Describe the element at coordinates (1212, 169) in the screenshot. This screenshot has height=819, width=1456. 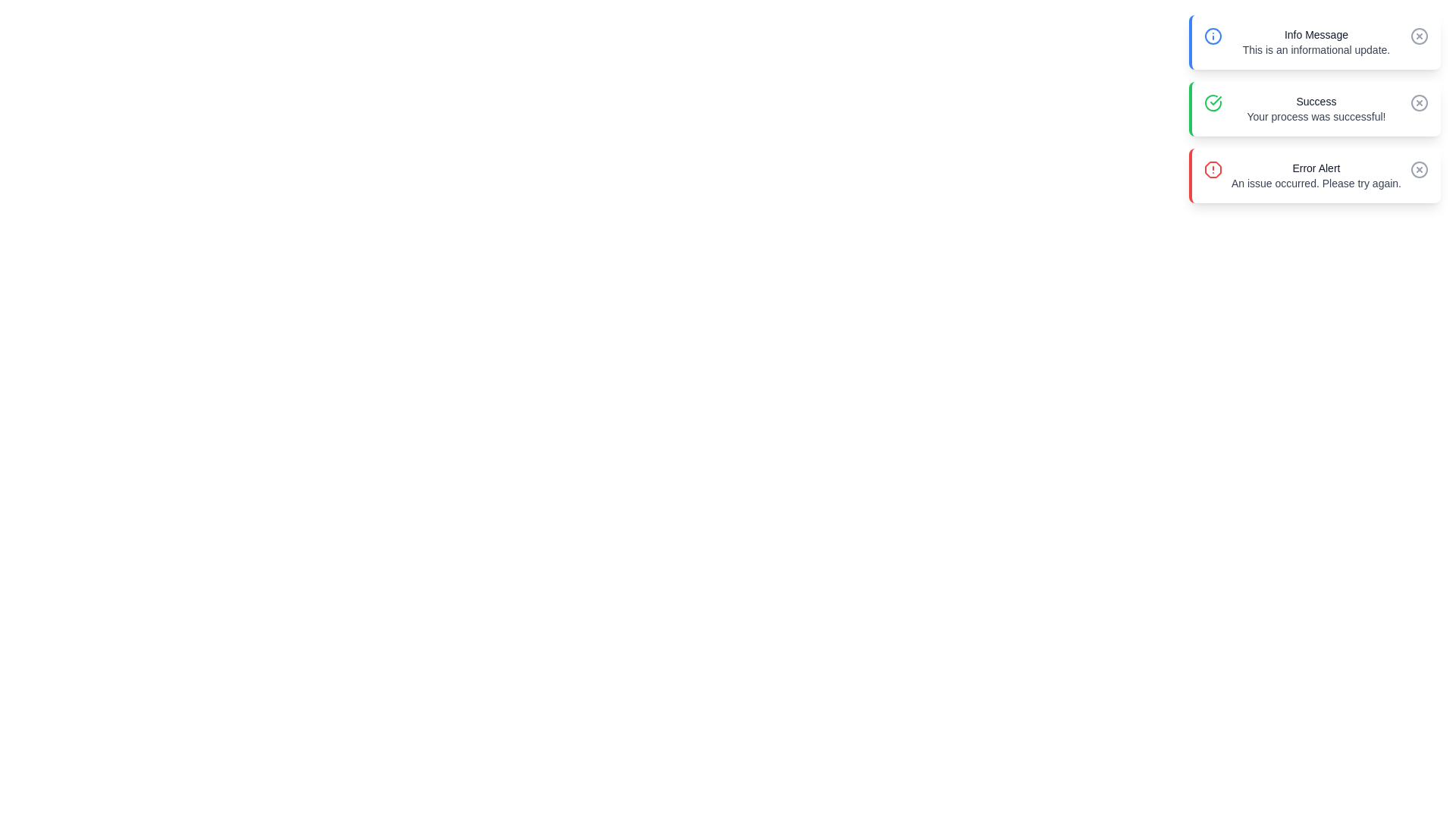
I see `the error alert icon located in the top-left corner of the 'Error Alert' notification card` at that location.